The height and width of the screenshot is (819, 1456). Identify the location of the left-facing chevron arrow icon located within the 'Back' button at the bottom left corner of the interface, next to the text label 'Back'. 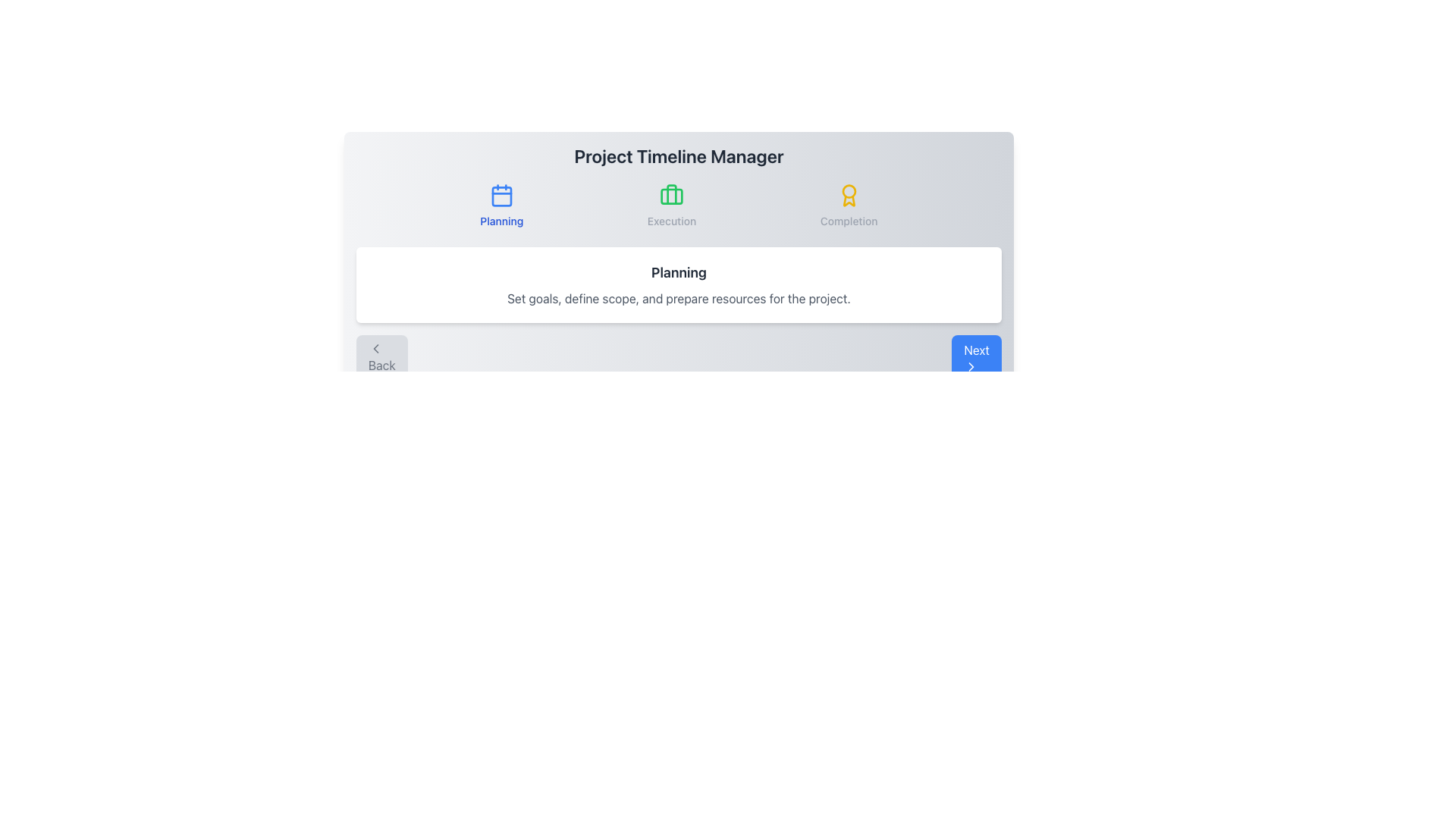
(375, 348).